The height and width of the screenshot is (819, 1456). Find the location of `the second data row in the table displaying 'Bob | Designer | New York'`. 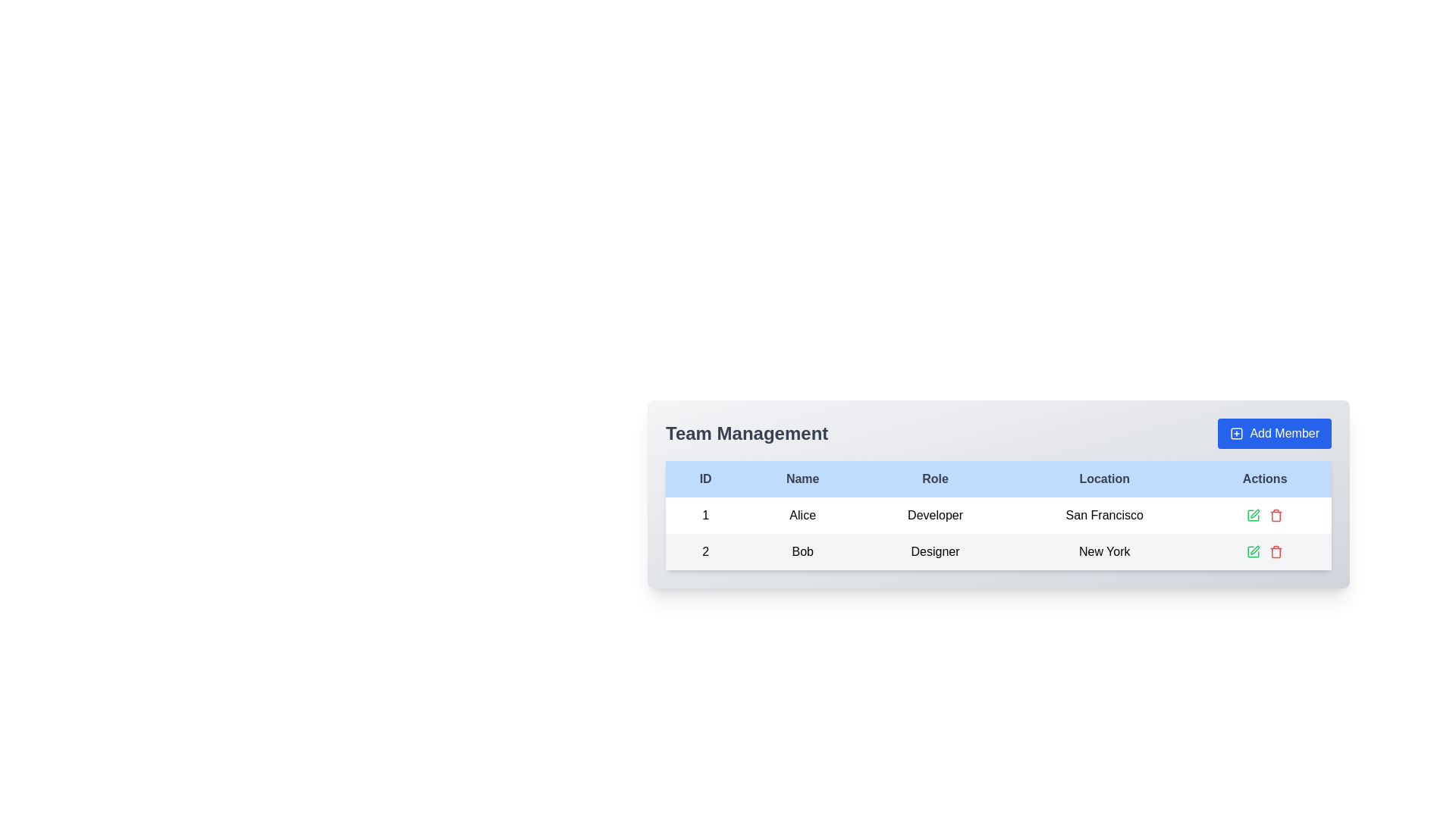

the second data row in the table displaying 'Bob | Designer | New York' is located at coordinates (998, 552).